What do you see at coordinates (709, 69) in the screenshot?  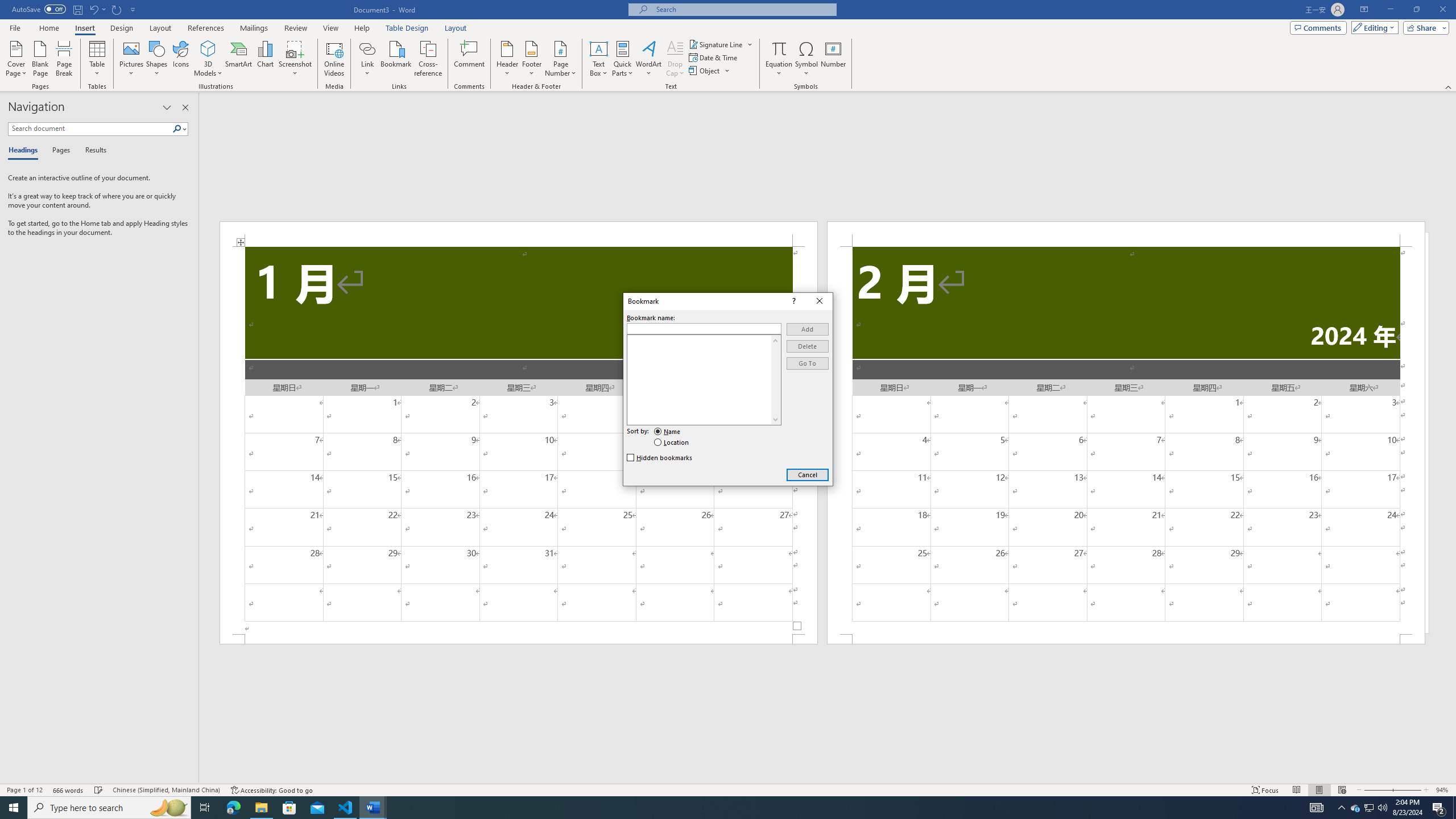 I see `'Object...'` at bounding box center [709, 69].